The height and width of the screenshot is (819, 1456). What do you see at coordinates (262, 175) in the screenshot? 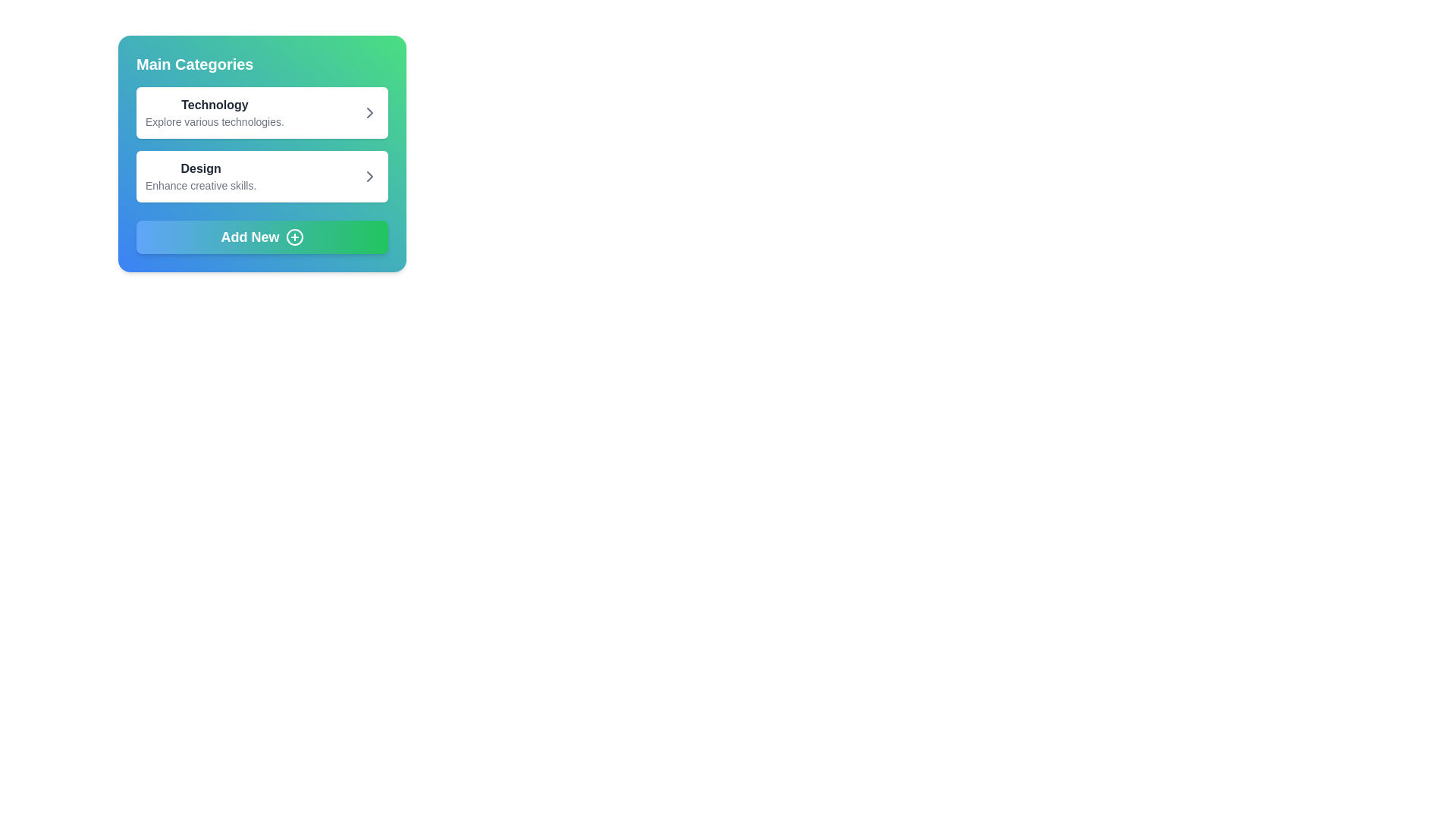
I see `the 'Design' clickable card located below the 'Technology' card in the 'Main Categories' section` at bounding box center [262, 175].